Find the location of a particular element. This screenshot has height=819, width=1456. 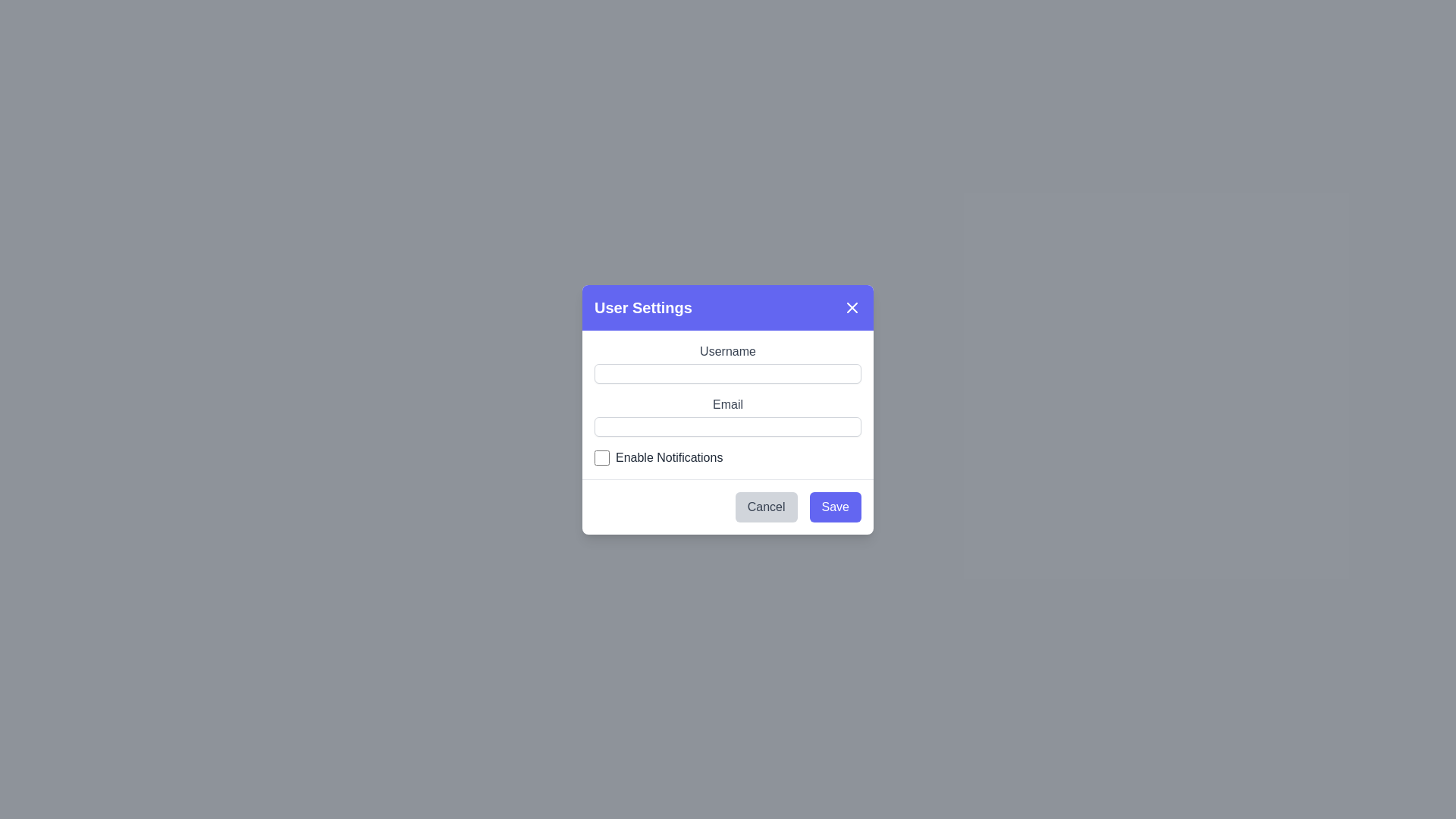

the 'Save' button located at the bottom of the modal dialog is located at coordinates (834, 507).